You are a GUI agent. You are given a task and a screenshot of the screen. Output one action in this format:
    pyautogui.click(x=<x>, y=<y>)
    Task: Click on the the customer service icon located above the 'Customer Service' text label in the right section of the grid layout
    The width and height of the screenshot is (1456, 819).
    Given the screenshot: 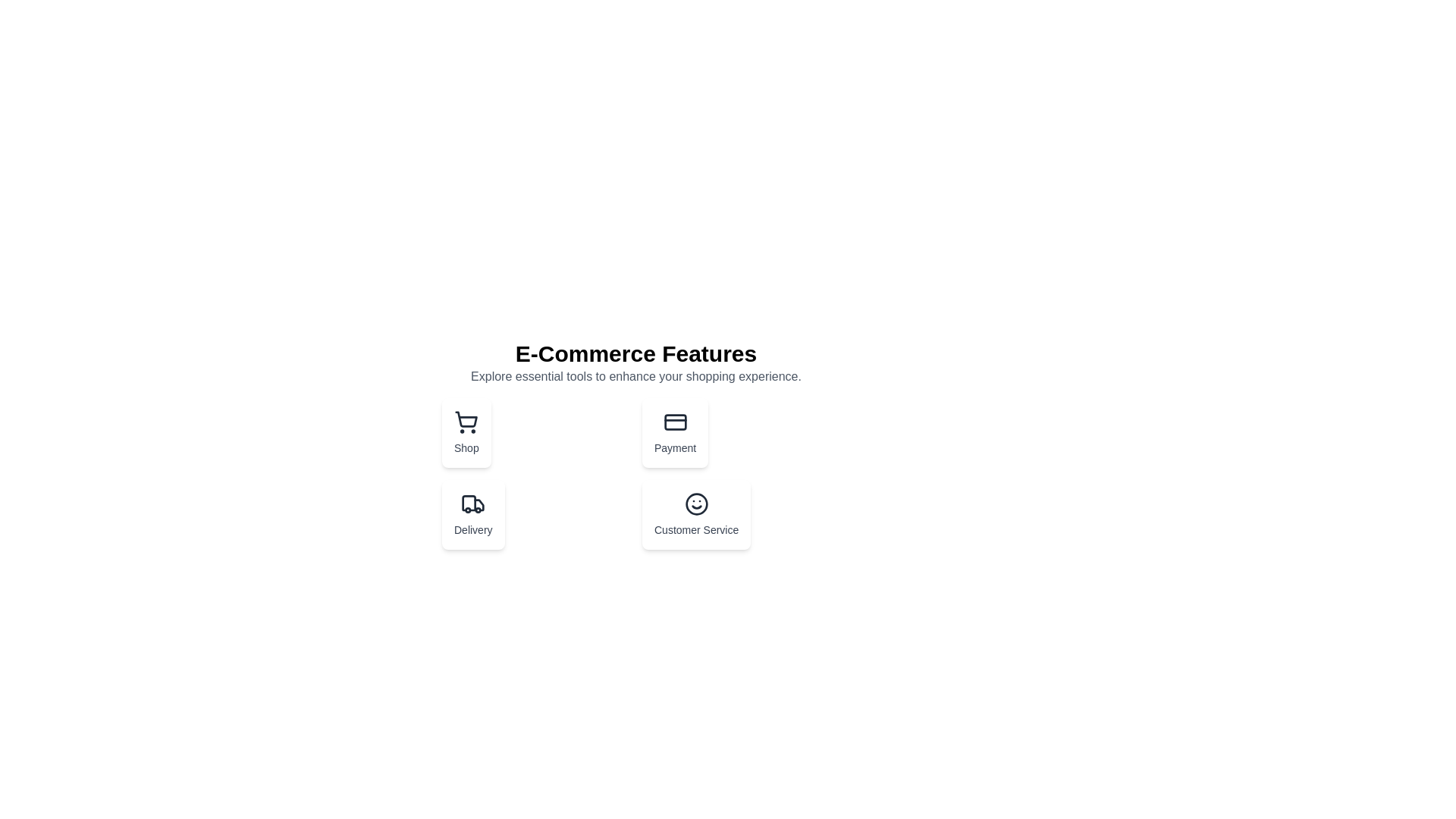 What is the action you would take?
    pyautogui.click(x=695, y=504)
    